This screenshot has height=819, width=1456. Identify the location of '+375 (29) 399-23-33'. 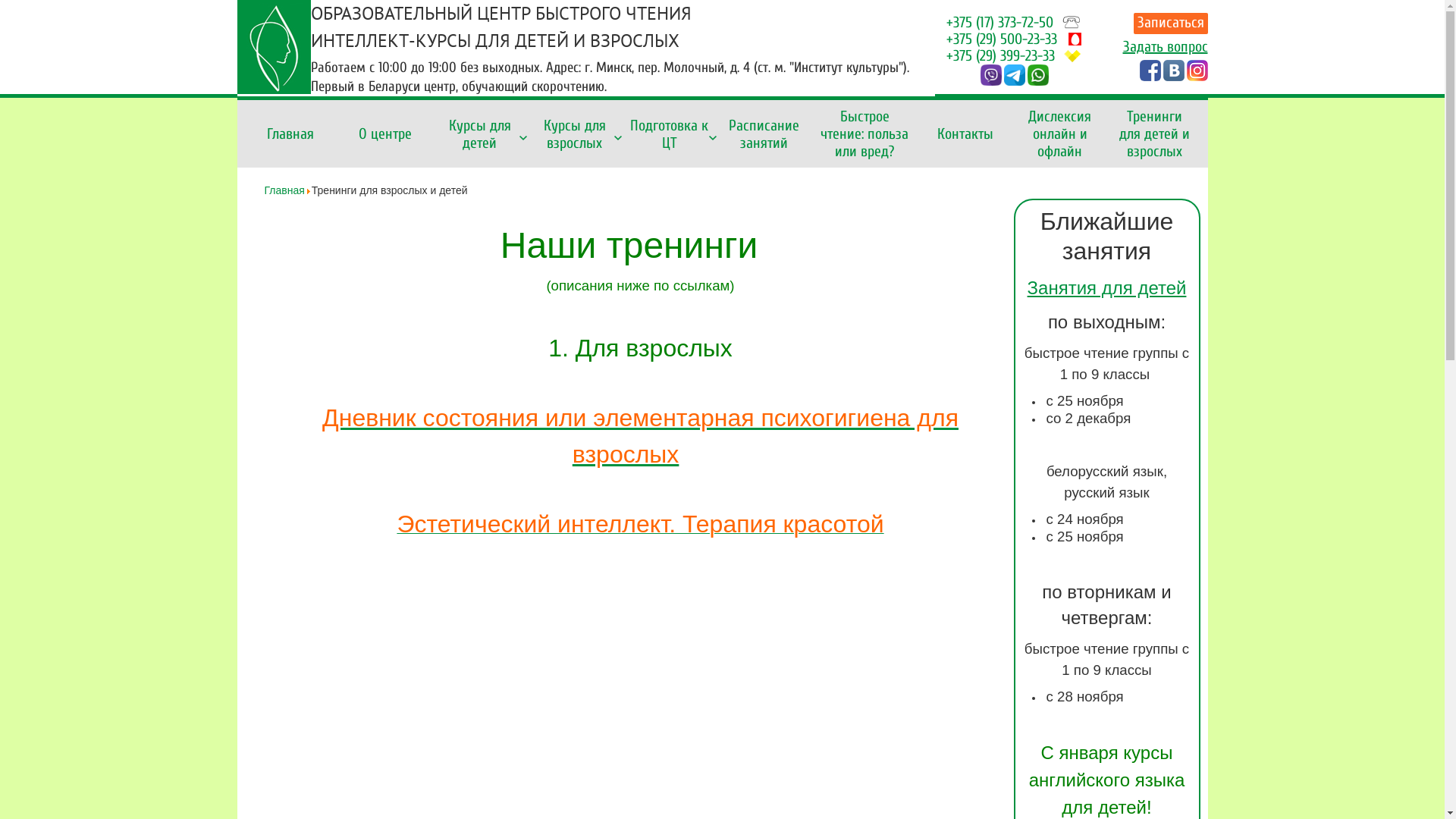
(1000, 55).